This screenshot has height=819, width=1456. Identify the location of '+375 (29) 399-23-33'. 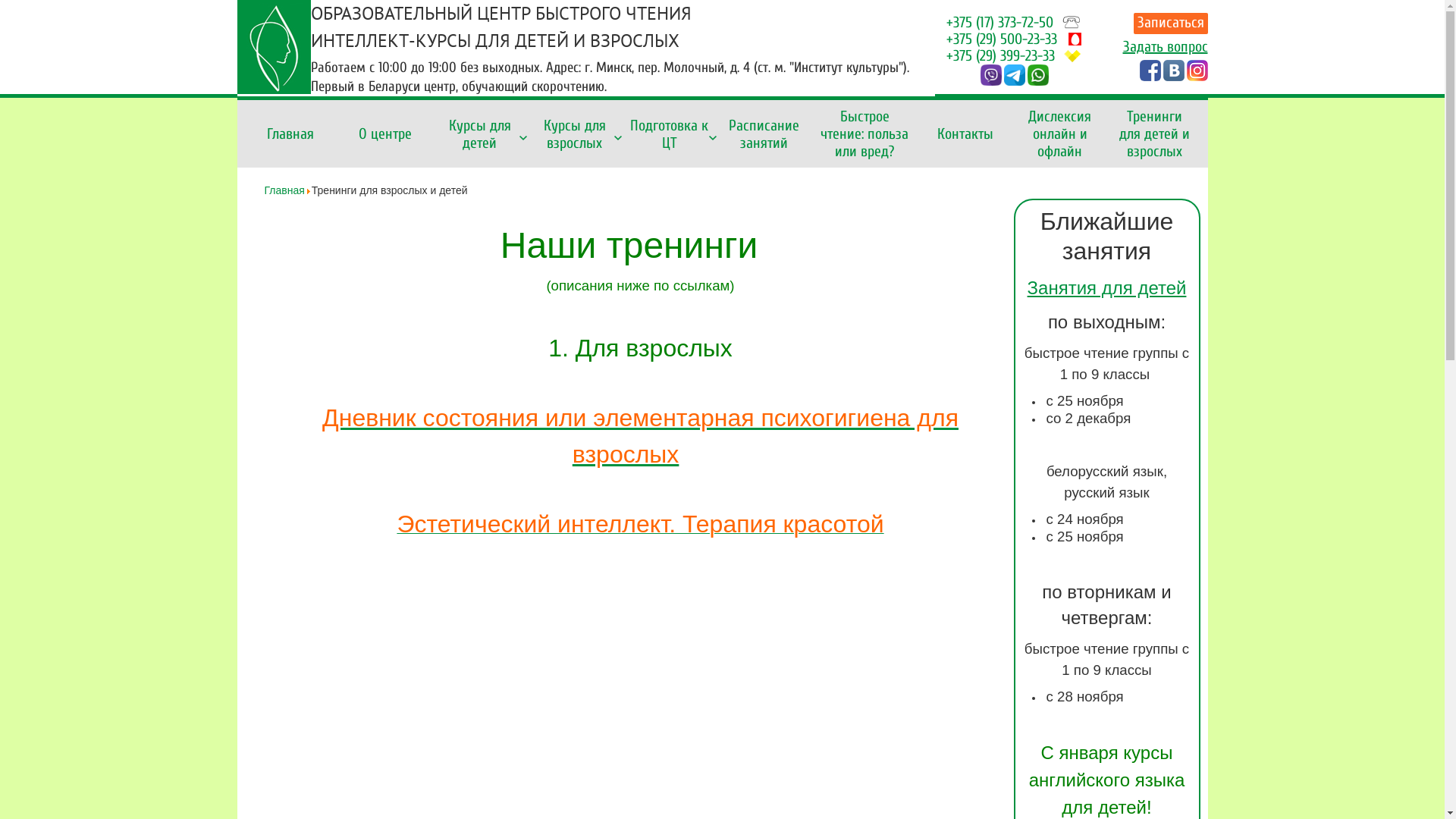
(1000, 55).